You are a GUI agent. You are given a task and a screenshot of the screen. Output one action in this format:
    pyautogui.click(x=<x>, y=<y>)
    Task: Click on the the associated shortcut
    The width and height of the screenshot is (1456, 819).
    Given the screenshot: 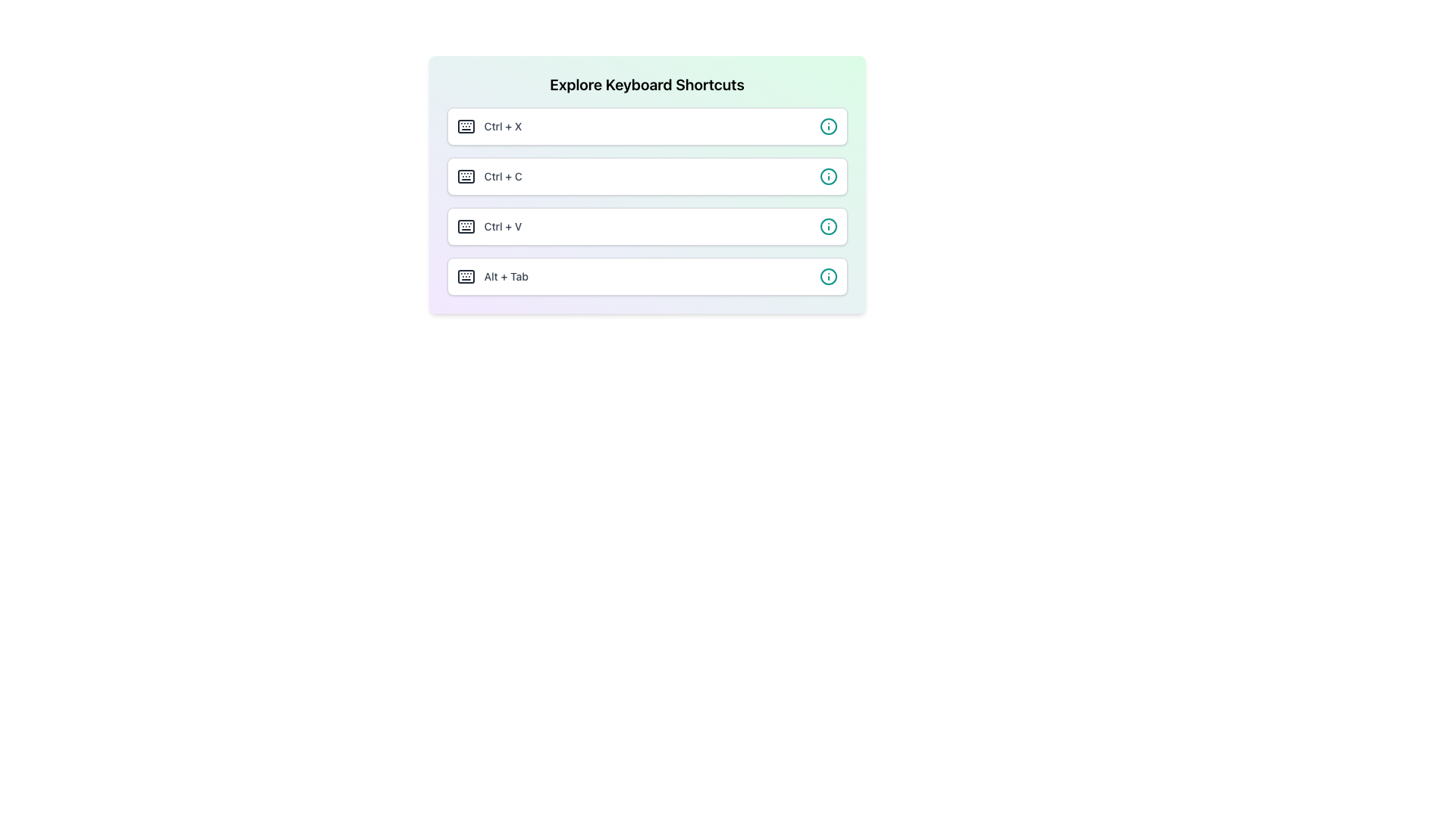 What is the action you would take?
    pyautogui.click(x=465, y=125)
    